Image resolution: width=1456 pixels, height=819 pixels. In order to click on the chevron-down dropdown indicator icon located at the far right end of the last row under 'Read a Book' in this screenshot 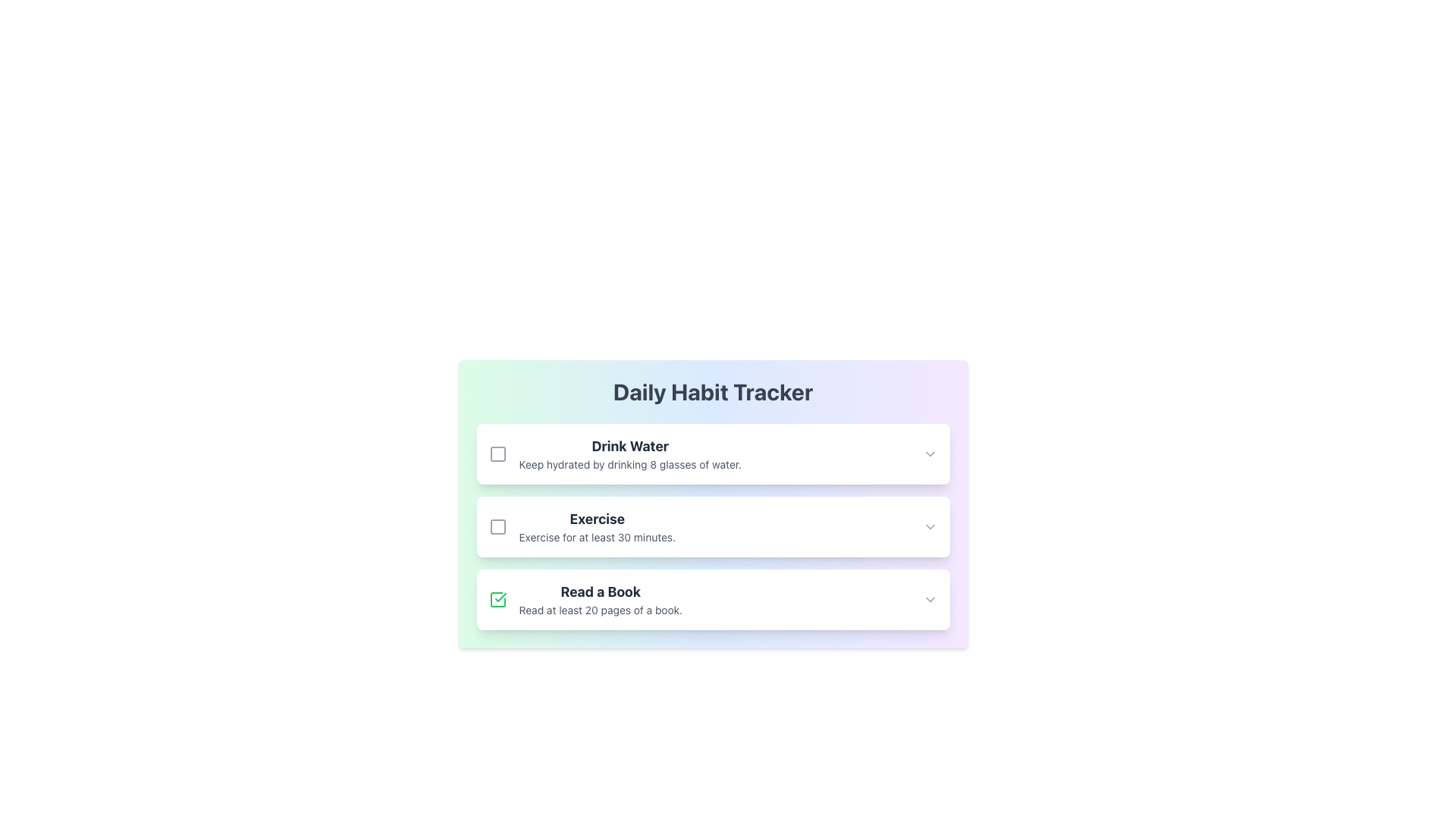, I will do `click(929, 598)`.